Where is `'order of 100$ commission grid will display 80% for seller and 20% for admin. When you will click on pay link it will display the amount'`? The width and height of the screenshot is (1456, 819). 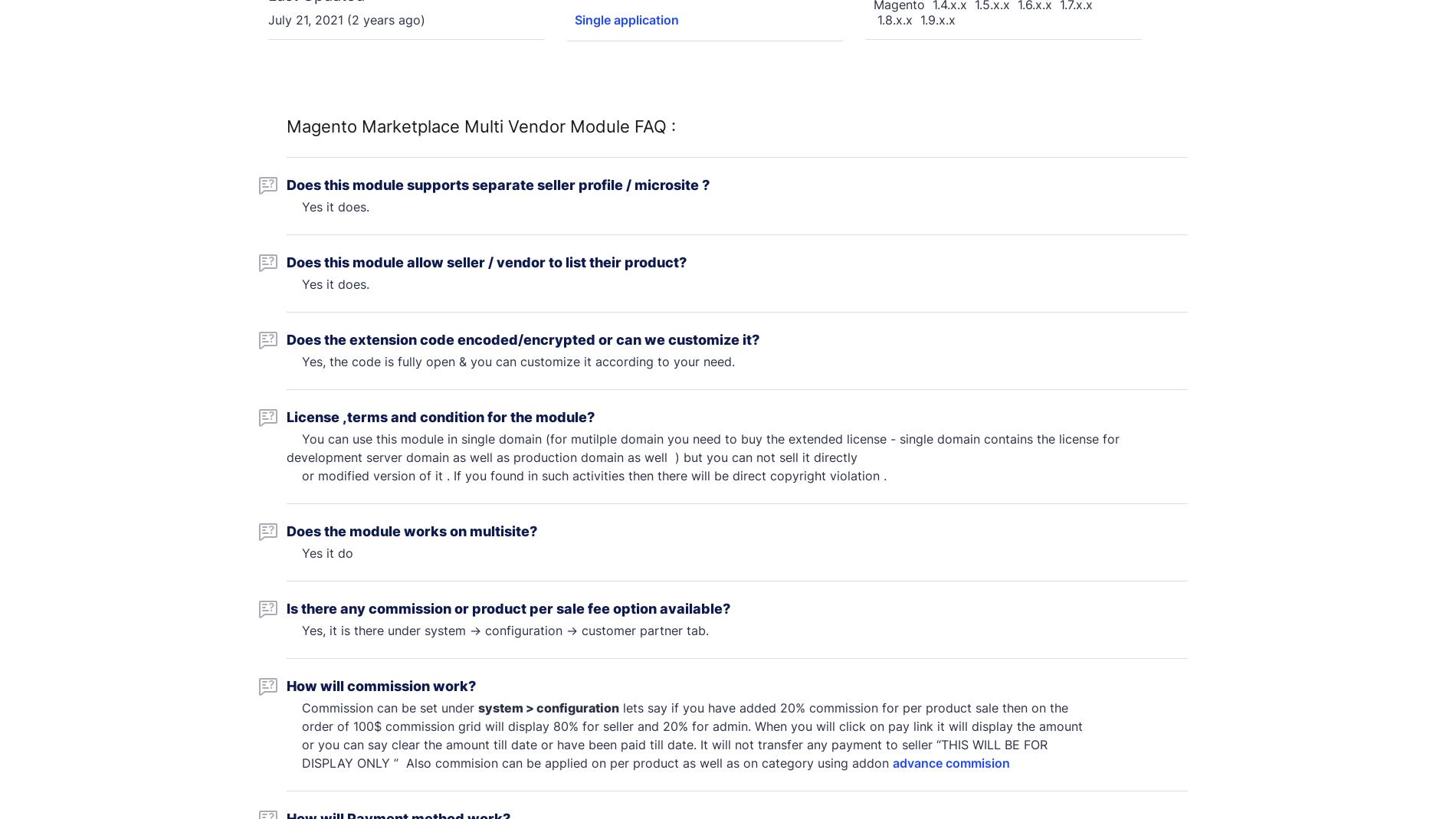
'order of 100$ commission grid will display 80% for seller and 20% for admin. When you will click on pay link it will display the amount' is located at coordinates (684, 725).